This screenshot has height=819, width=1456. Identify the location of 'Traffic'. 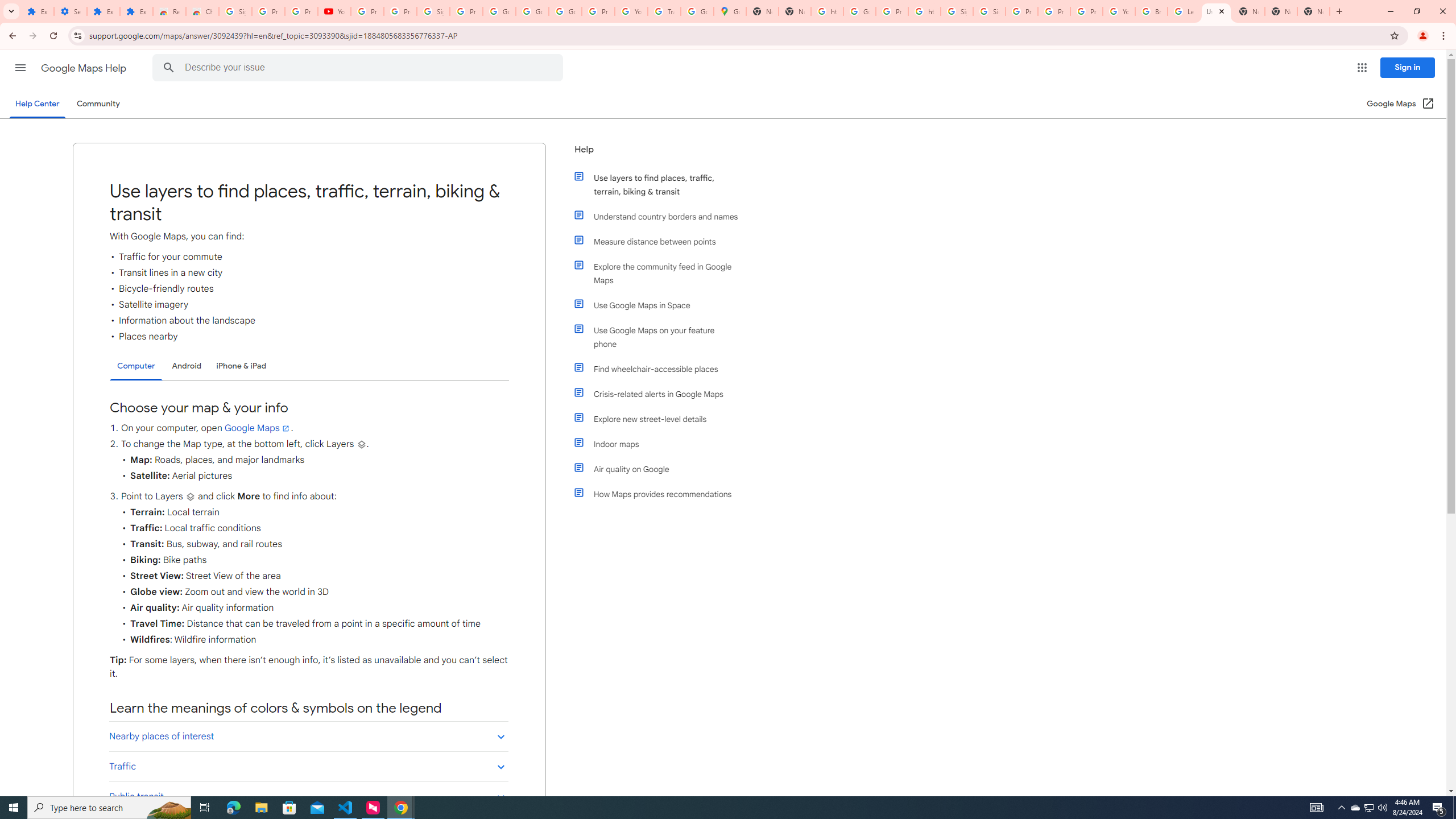
(308, 766).